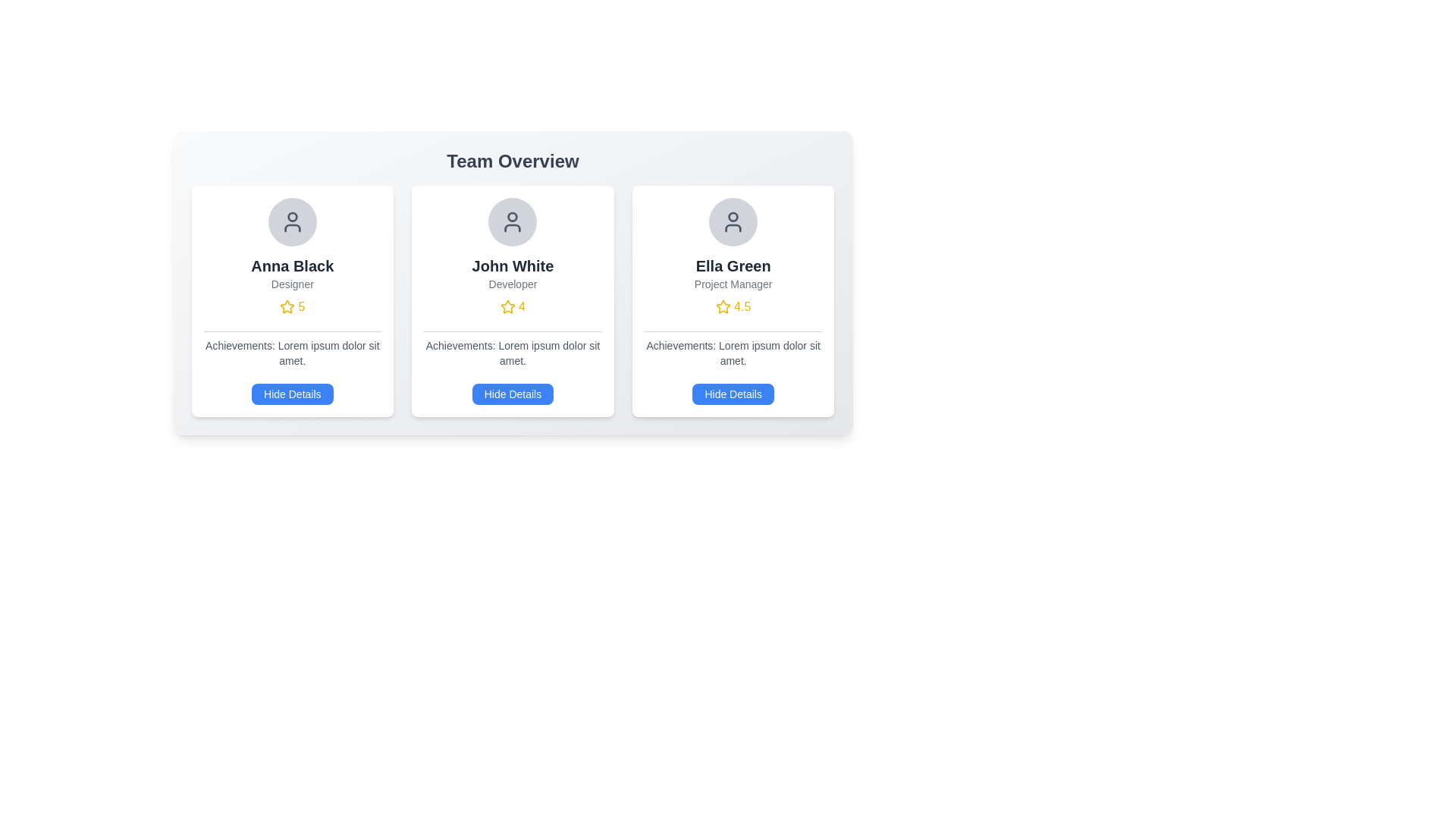  What do you see at coordinates (733, 222) in the screenshot?
I see `the user avatar representing 'Ella Green' located in the third card from the left in the 'Team Overview' section, positioned centrally at the top of the card` at bounding box center [733, 222].